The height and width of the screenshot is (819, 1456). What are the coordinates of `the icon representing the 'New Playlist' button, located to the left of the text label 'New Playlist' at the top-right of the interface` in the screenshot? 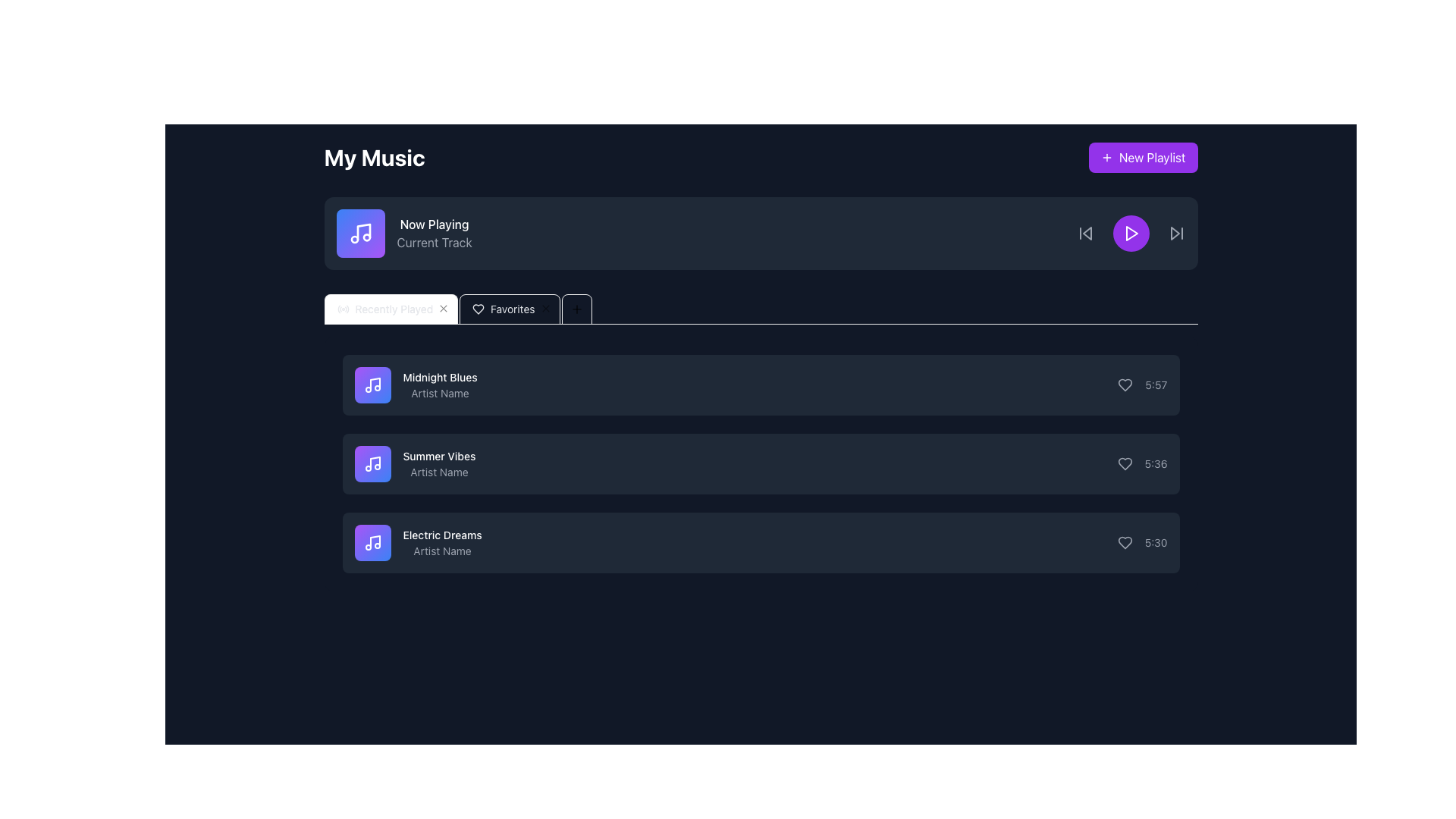 It's located at (1106, 158).